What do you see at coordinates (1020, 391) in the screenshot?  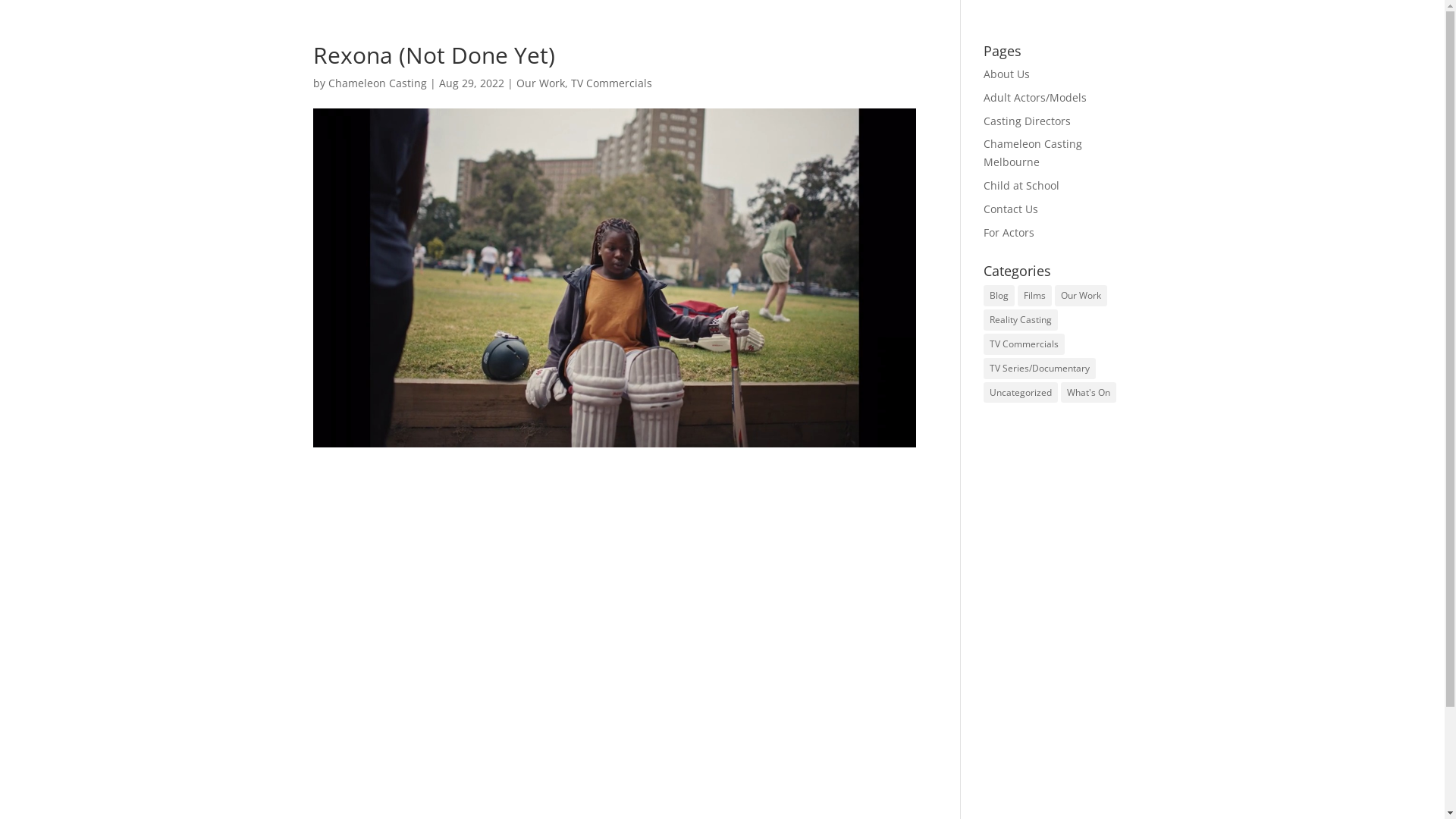 I see `'Uncategorized'` at bounding box center [1020, 391].